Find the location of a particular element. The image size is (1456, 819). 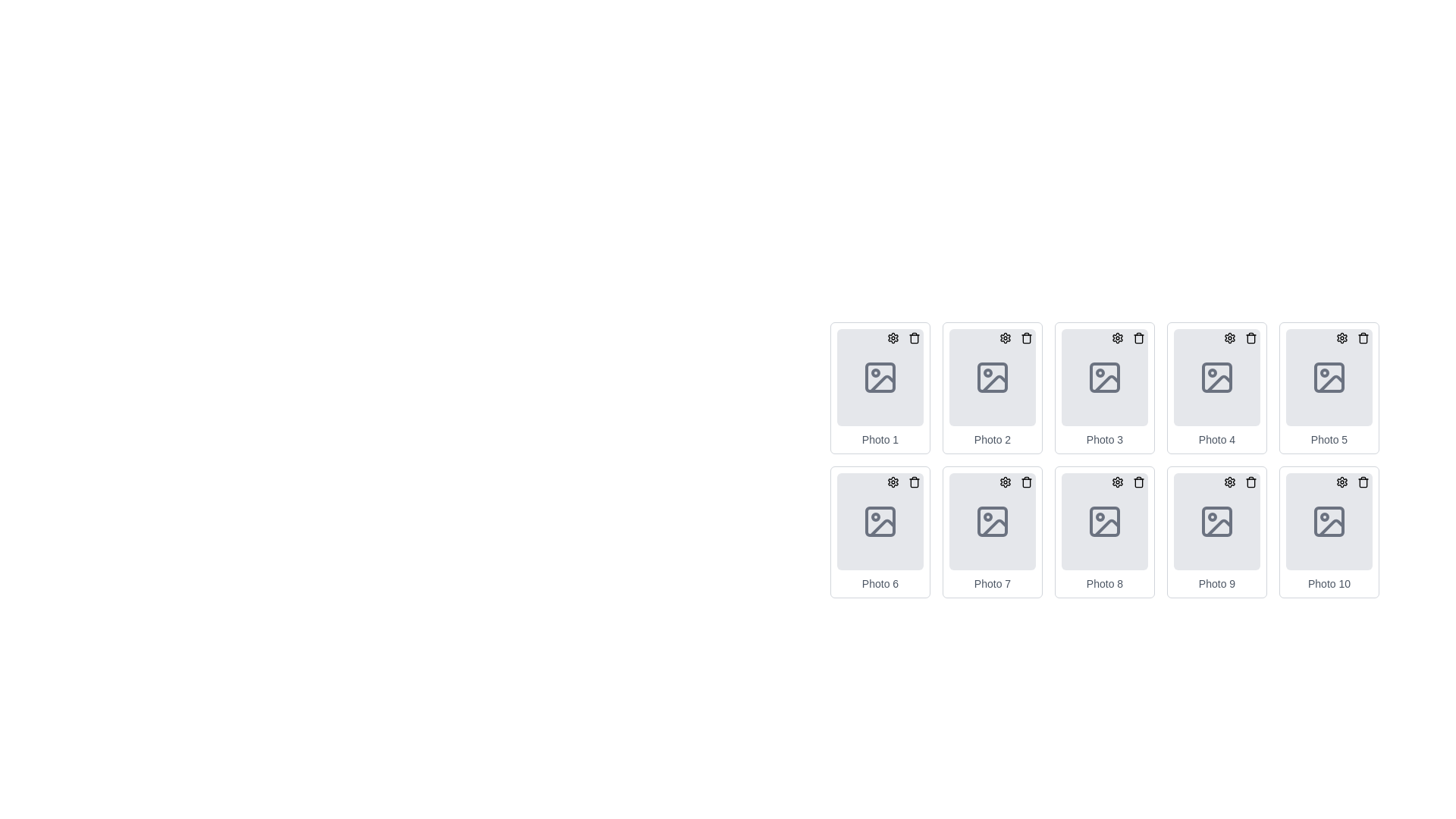

the settings button located at the top right corner of the sixth photo card is located at coordinates (893, 482).